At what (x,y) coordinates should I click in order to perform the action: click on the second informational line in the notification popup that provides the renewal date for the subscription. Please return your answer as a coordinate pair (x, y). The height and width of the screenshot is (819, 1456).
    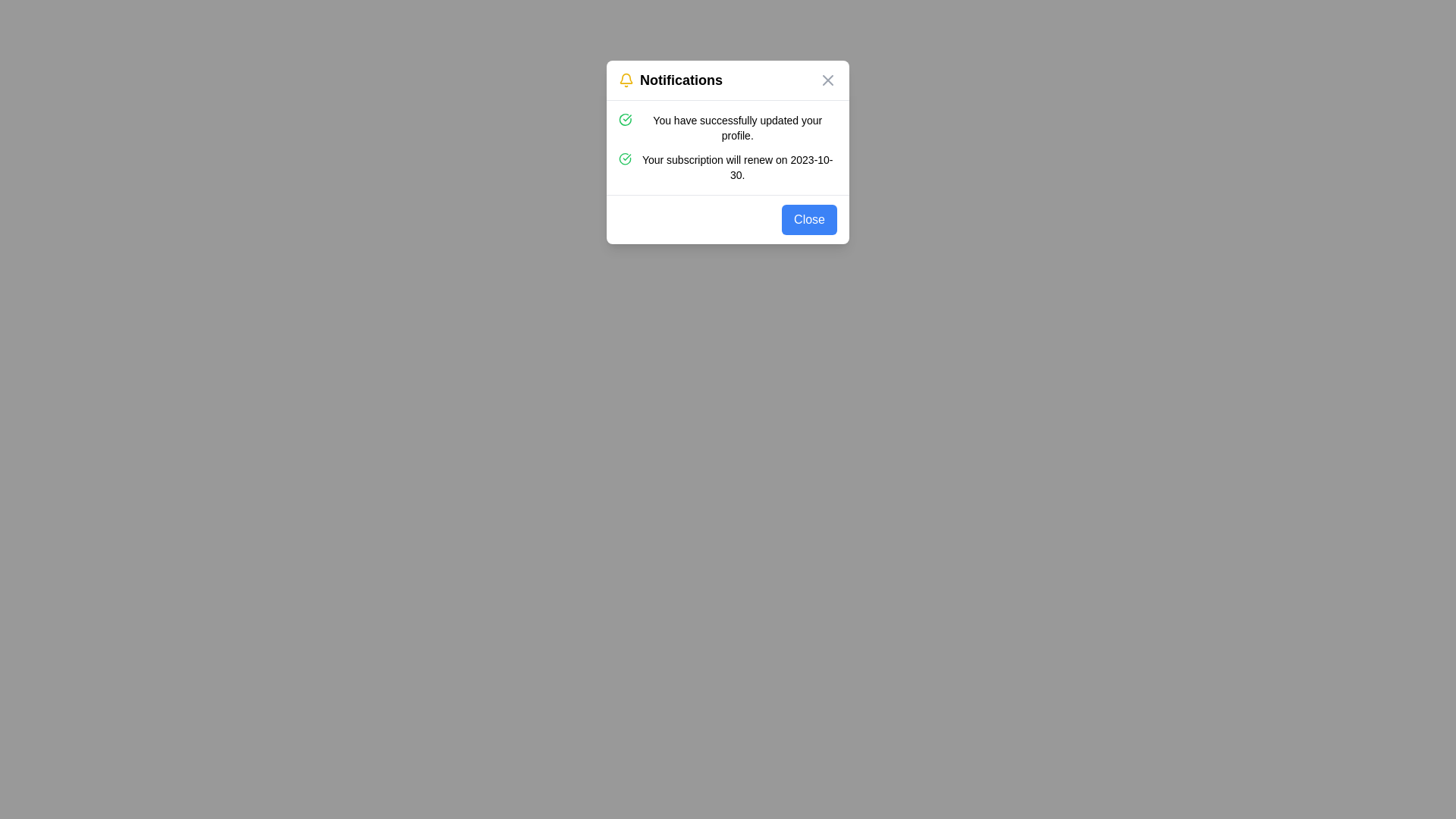
    Looking at the image, I should click on (728, 167).